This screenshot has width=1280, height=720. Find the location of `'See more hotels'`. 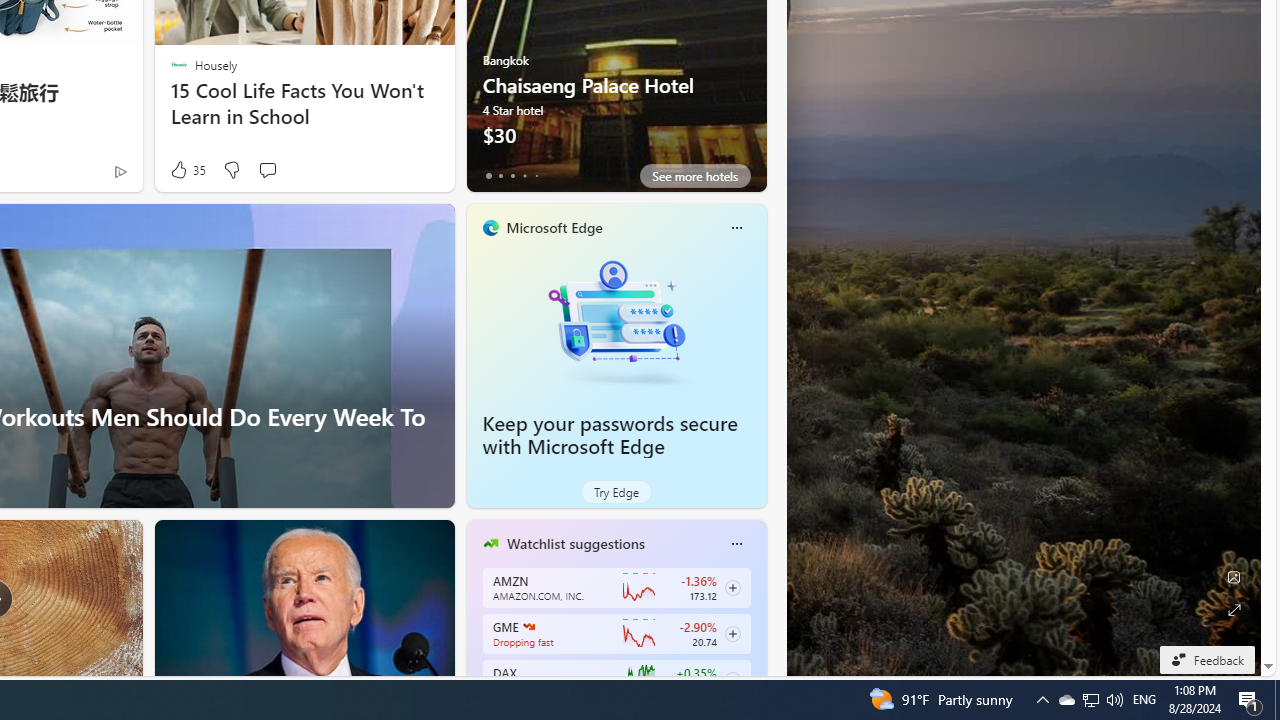

'See more hotels' is located at coordinates (695, 175).